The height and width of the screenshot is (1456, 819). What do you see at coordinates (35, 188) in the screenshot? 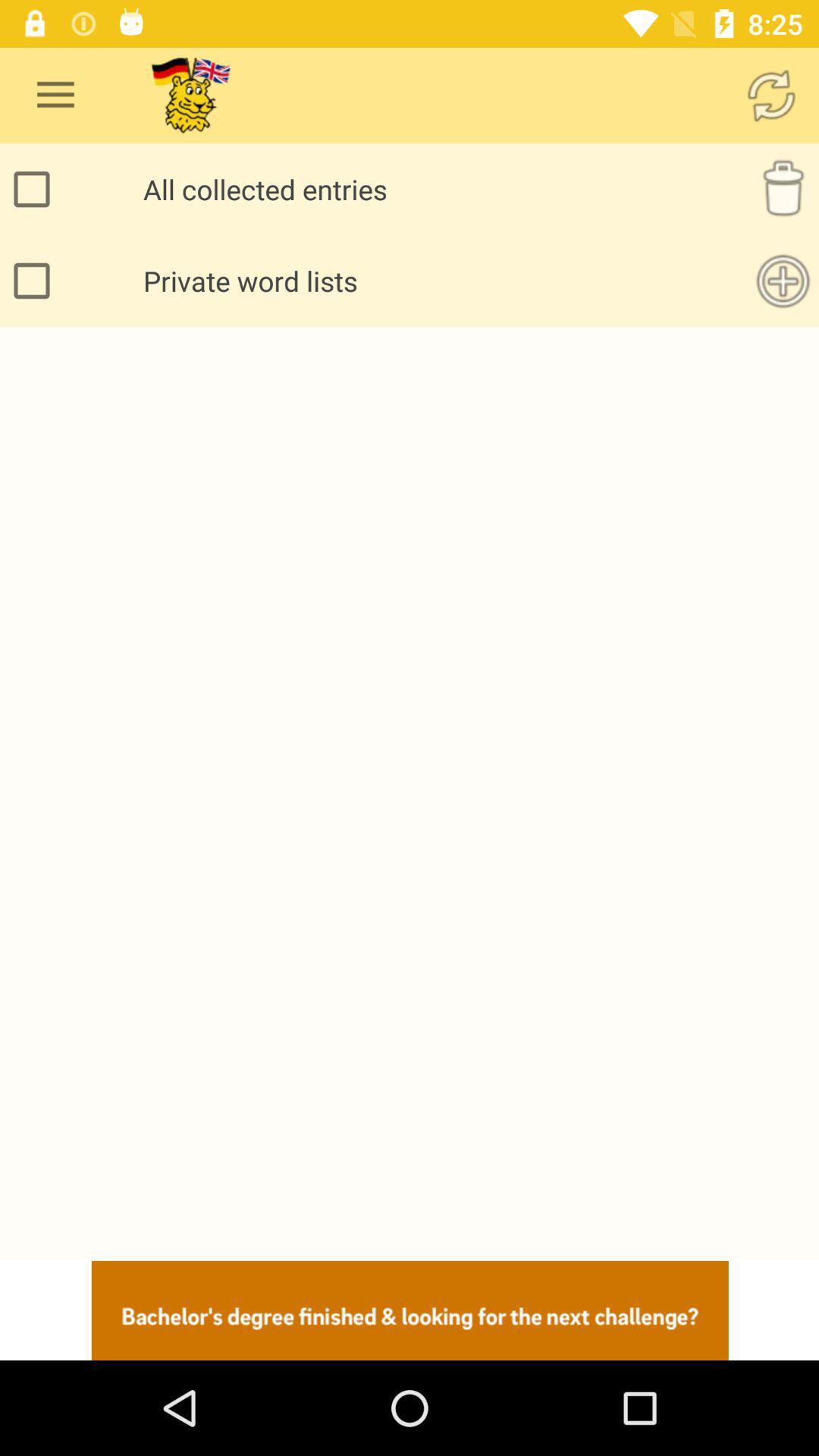
I see `all collected entries` at bounding box center [35, 188].